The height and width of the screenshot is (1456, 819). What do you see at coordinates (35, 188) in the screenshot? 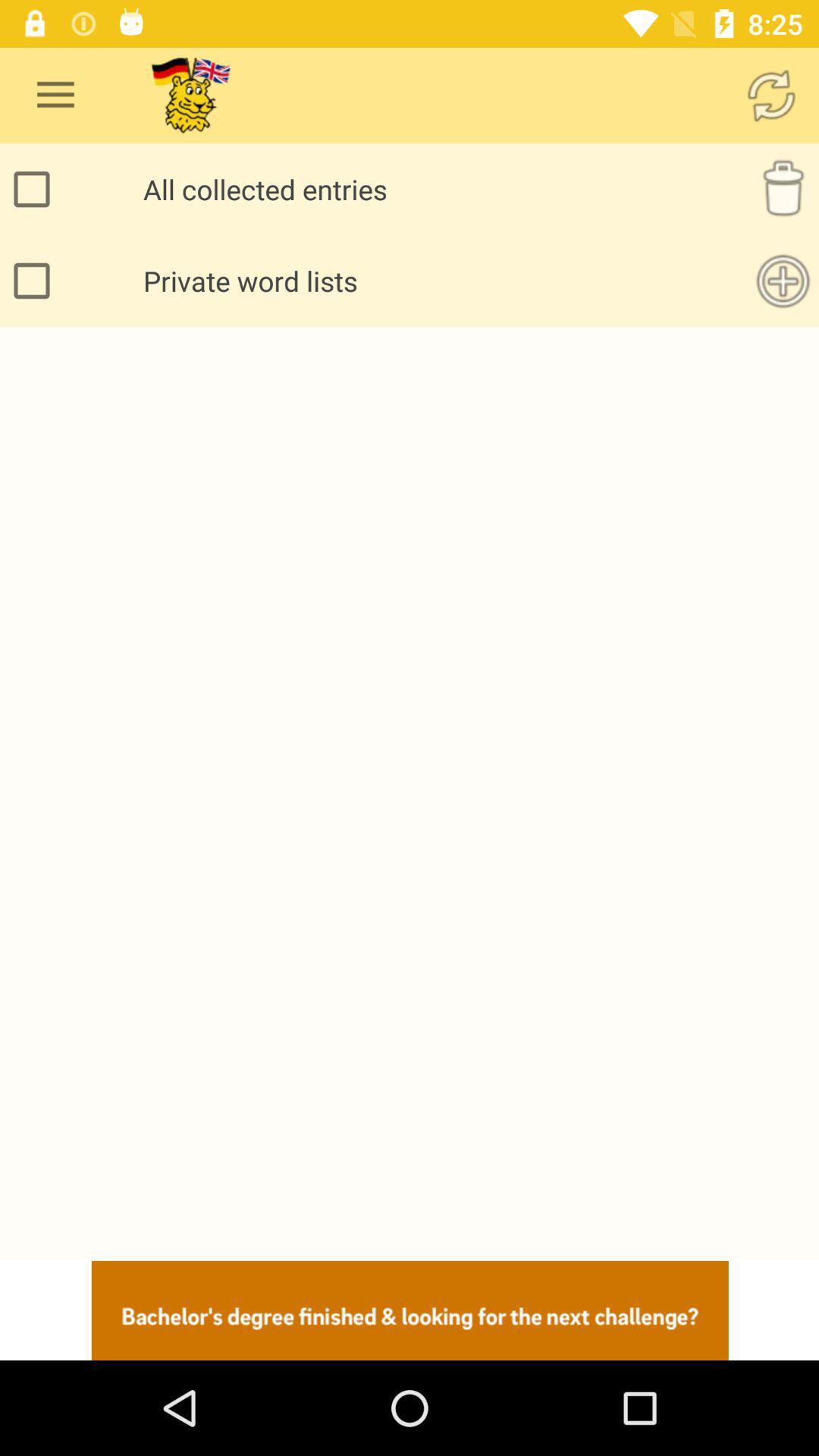
I see `all collected entries` at bounding box center [35, 188].